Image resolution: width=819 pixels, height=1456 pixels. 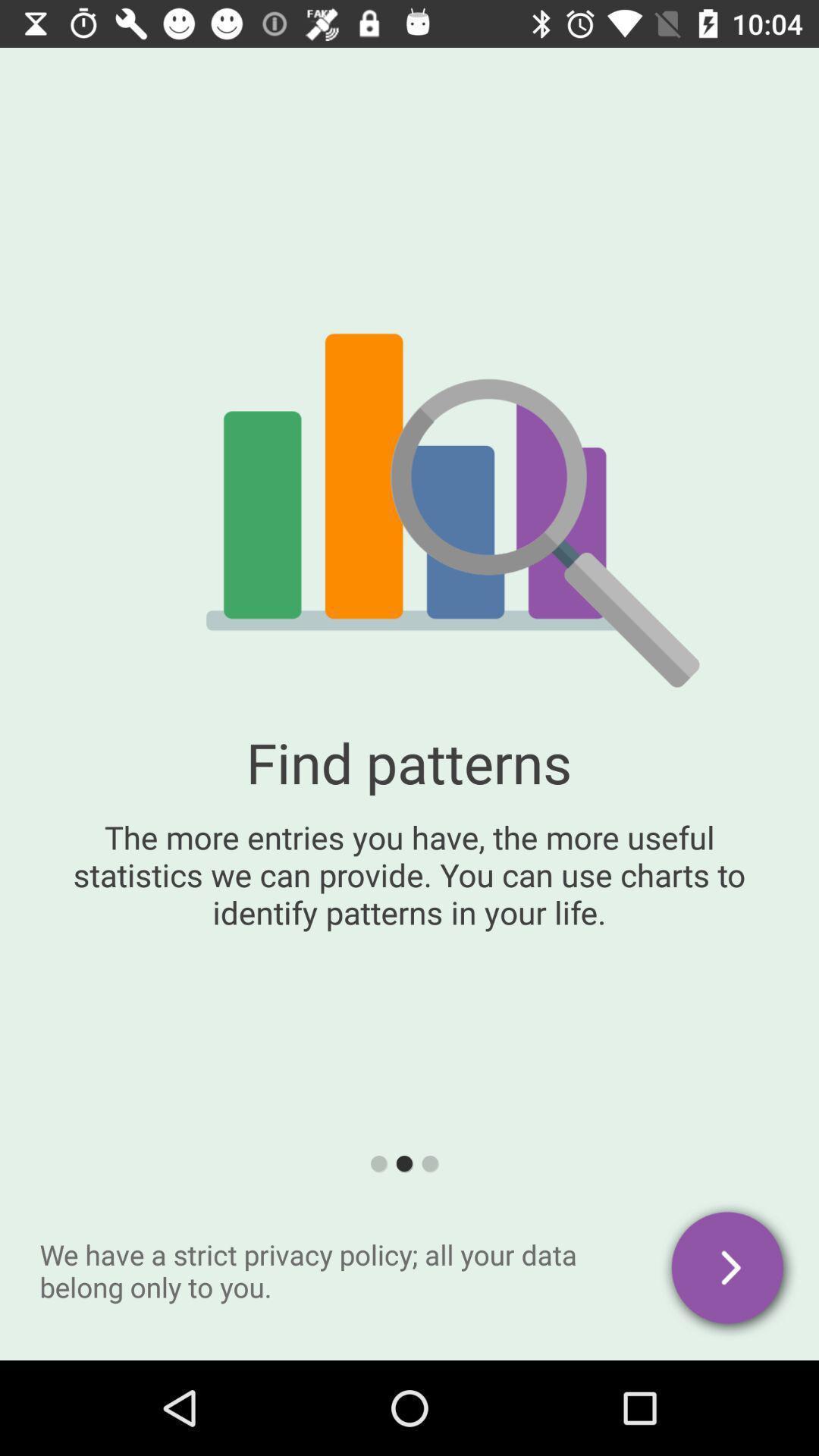 What do you see at coordinates (728, 1270) in the screenshot?
I see `privacy policy` at bounding box center [728, 1270].